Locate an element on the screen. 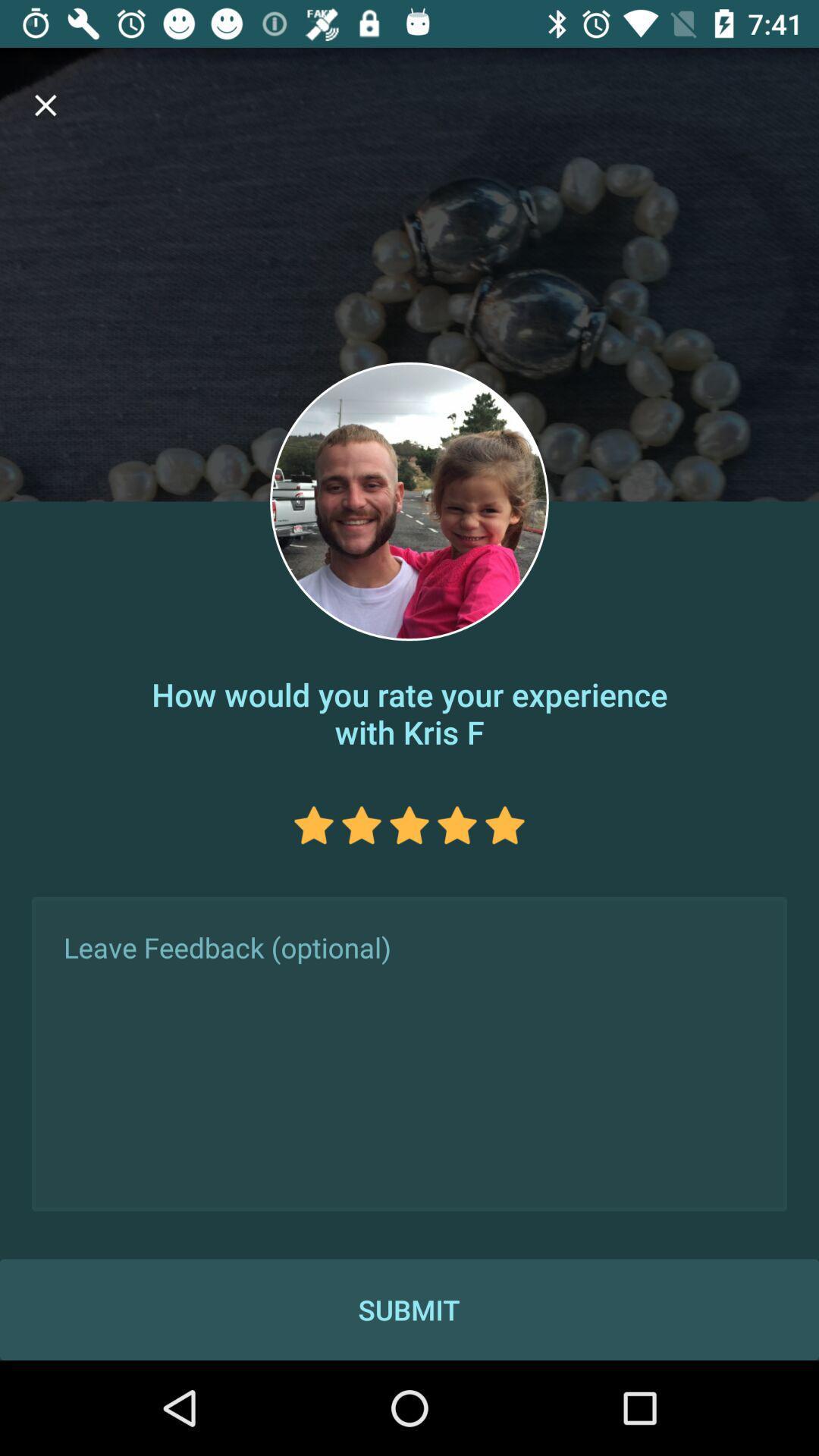  star feedback is located at coordinates (312, 824).